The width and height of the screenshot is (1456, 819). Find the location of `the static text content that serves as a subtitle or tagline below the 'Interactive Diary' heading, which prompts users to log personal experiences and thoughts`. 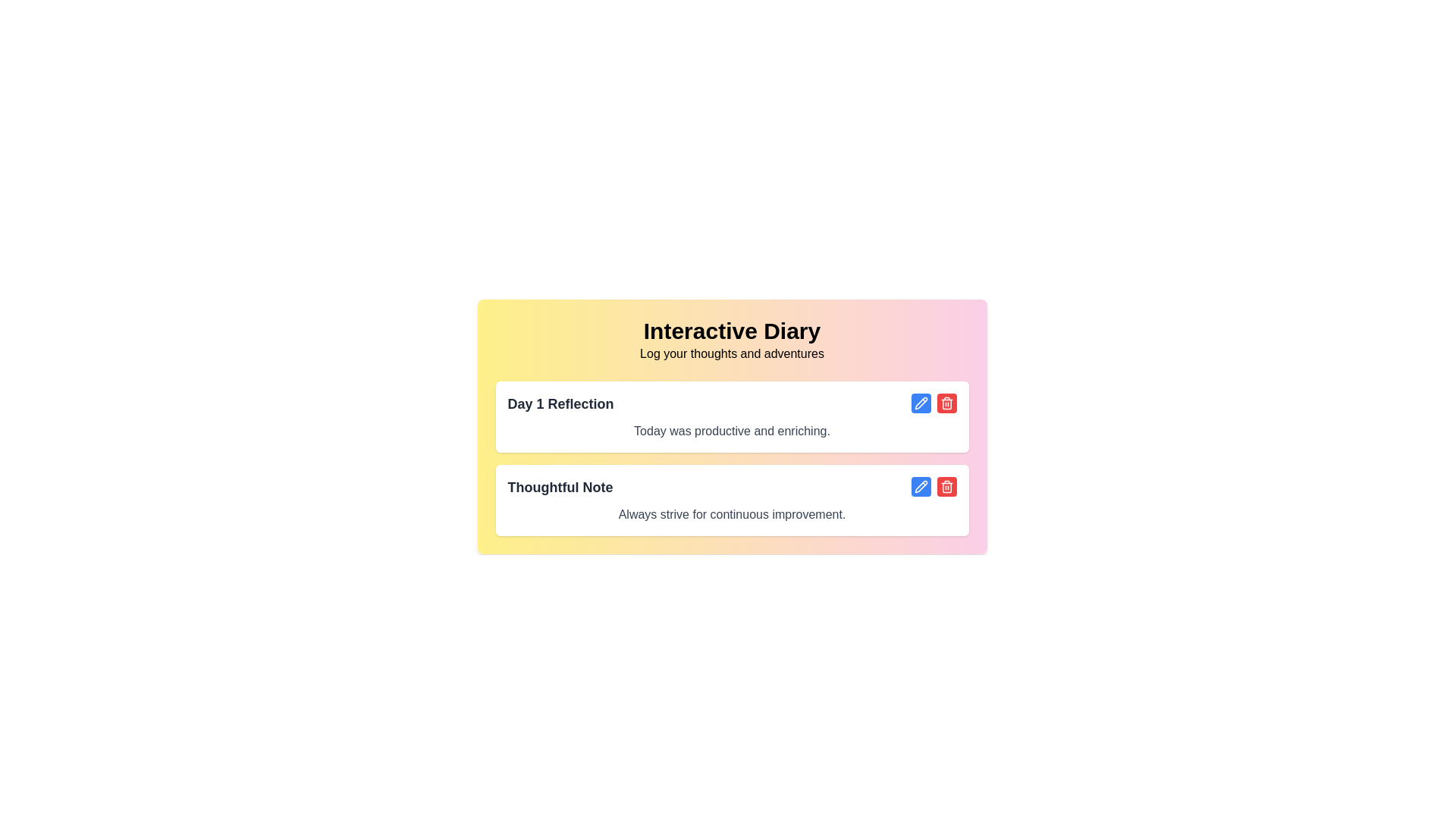

the static text content that serves as a subtitle or tagline below the 'Interactive Diary' heading, which prompts users to log personal experiences and thoughts is located at coordinates (732, 353).